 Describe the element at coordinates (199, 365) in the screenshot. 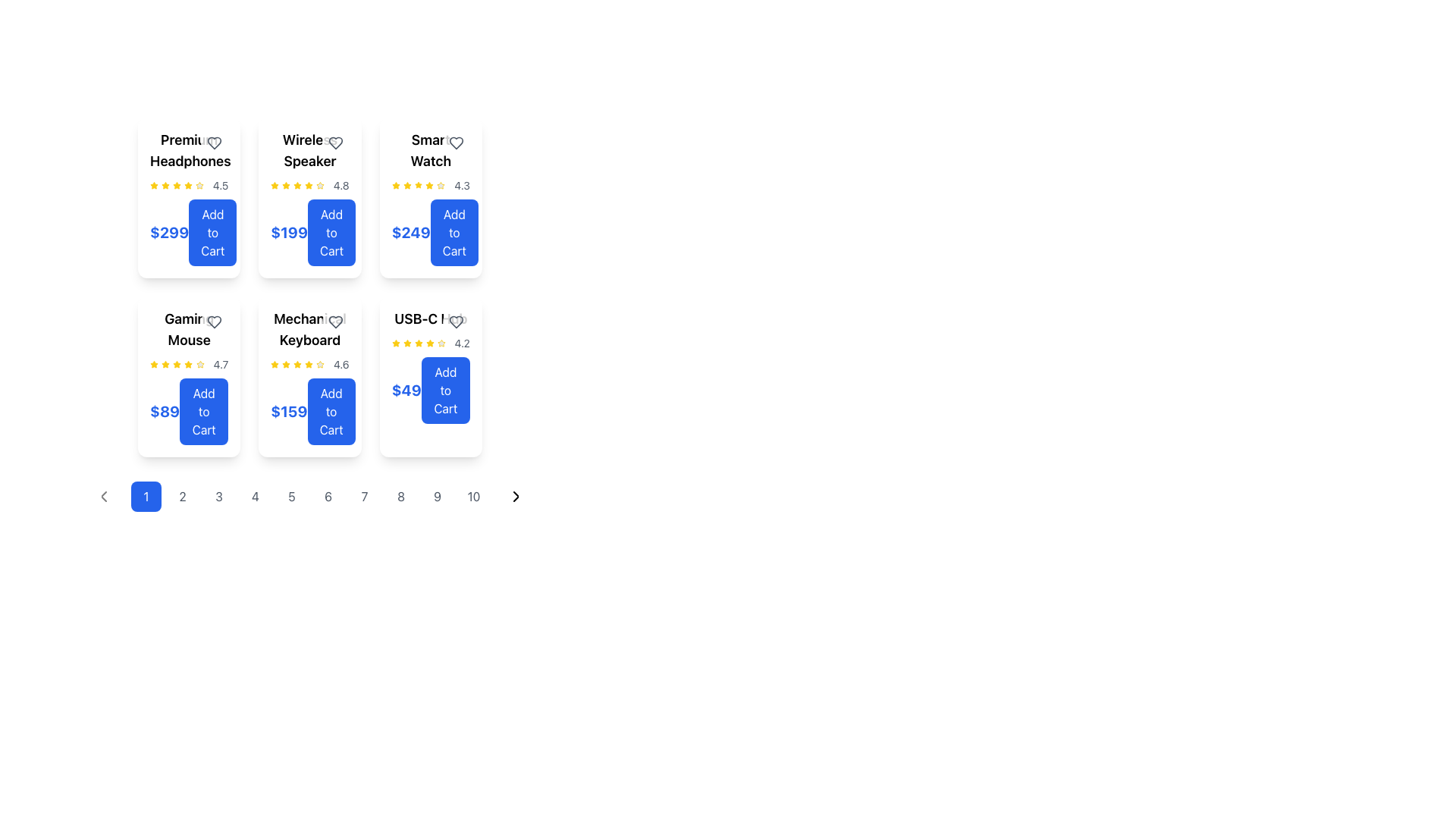

I see `the last star in the five-star rating system under the 'Gaming Mouse' card to potentially interact with the rating value` at that location.